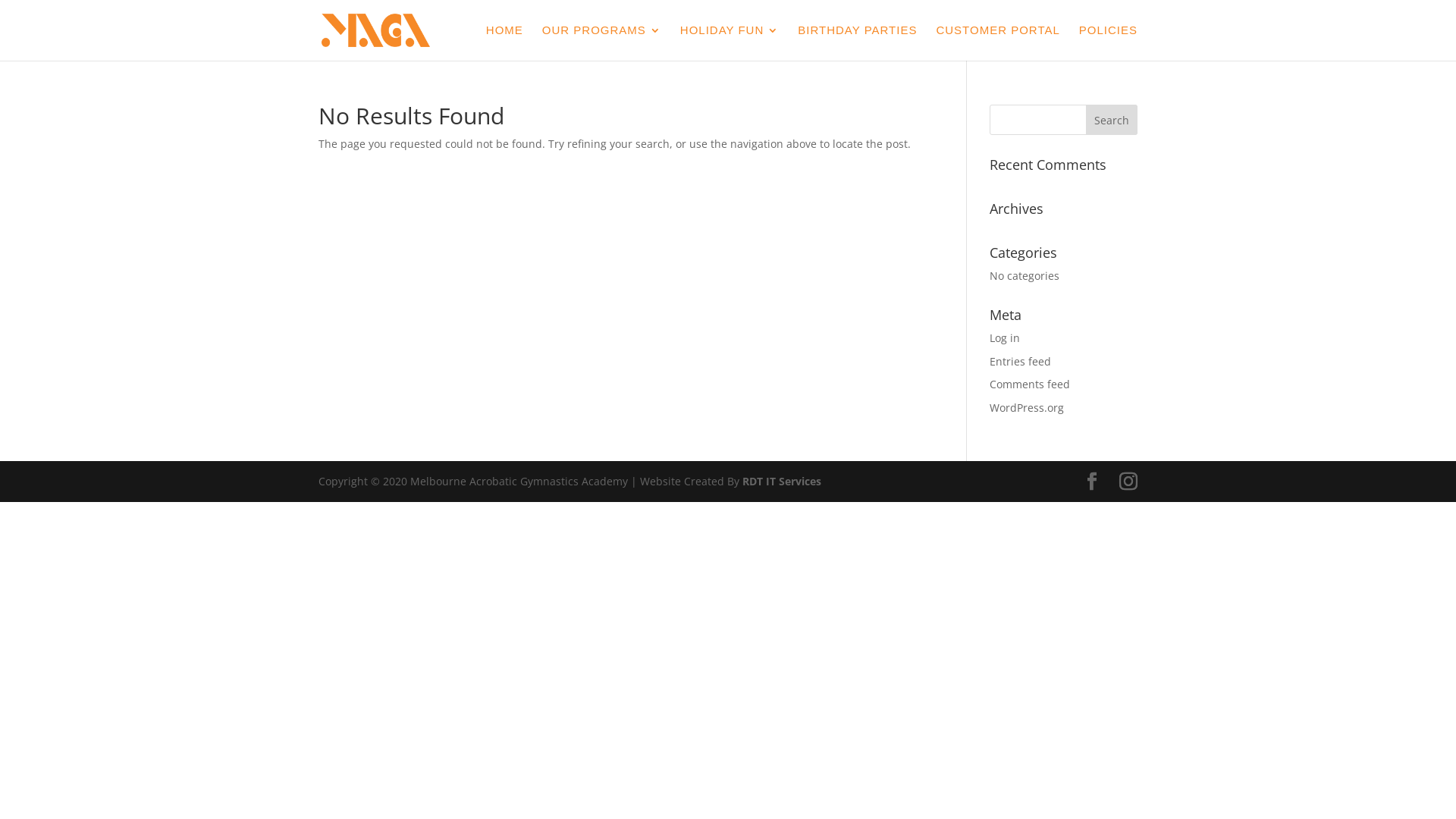  What do you see at coordinates (504, 42) in the screenshot?
I see `'HOME'` at bounding box center [504, 42].